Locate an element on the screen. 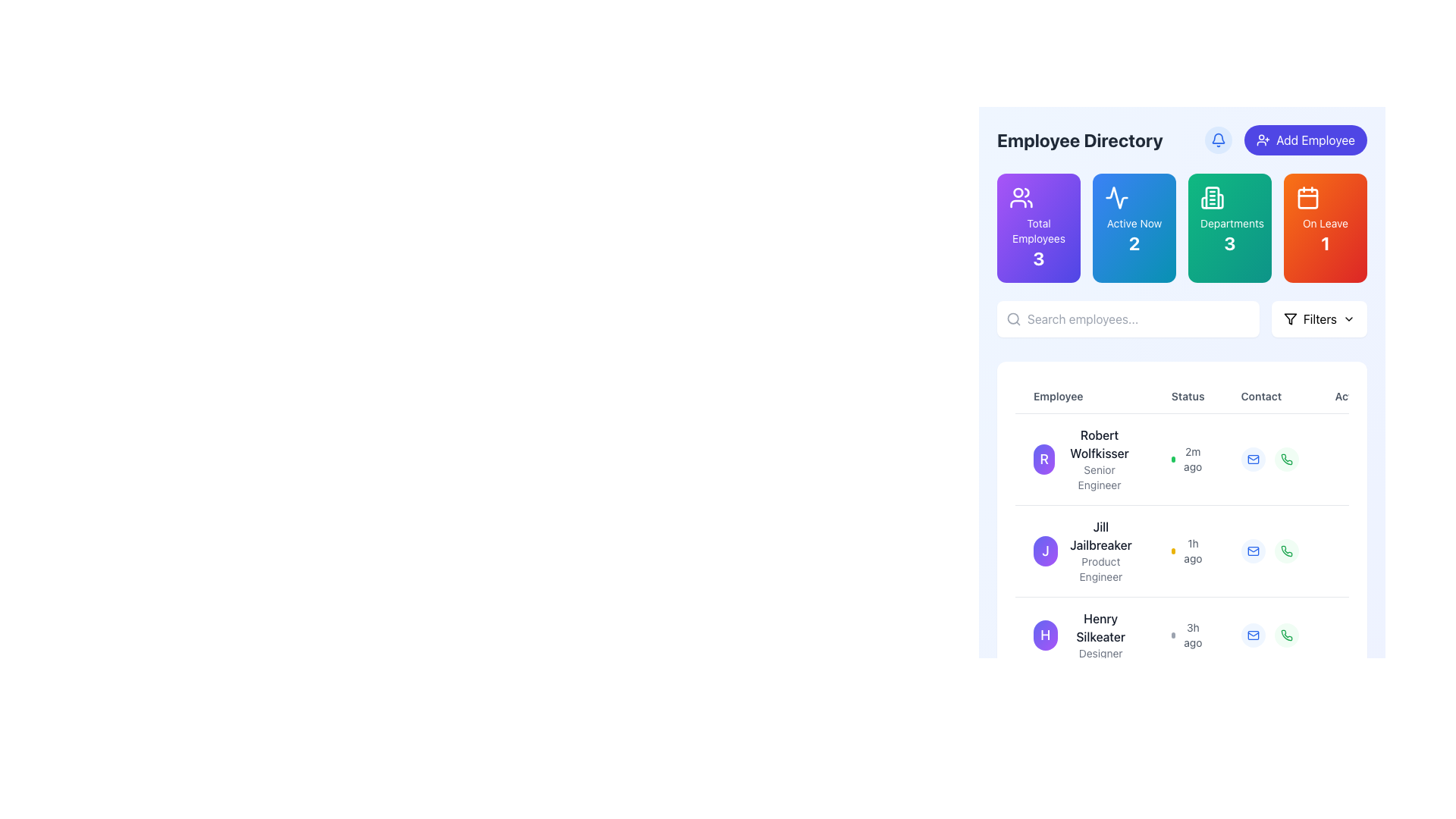  the funnel icon located in the top-right section of the interface, inside the 'Filters' button is located at coordinates (1289, 318).